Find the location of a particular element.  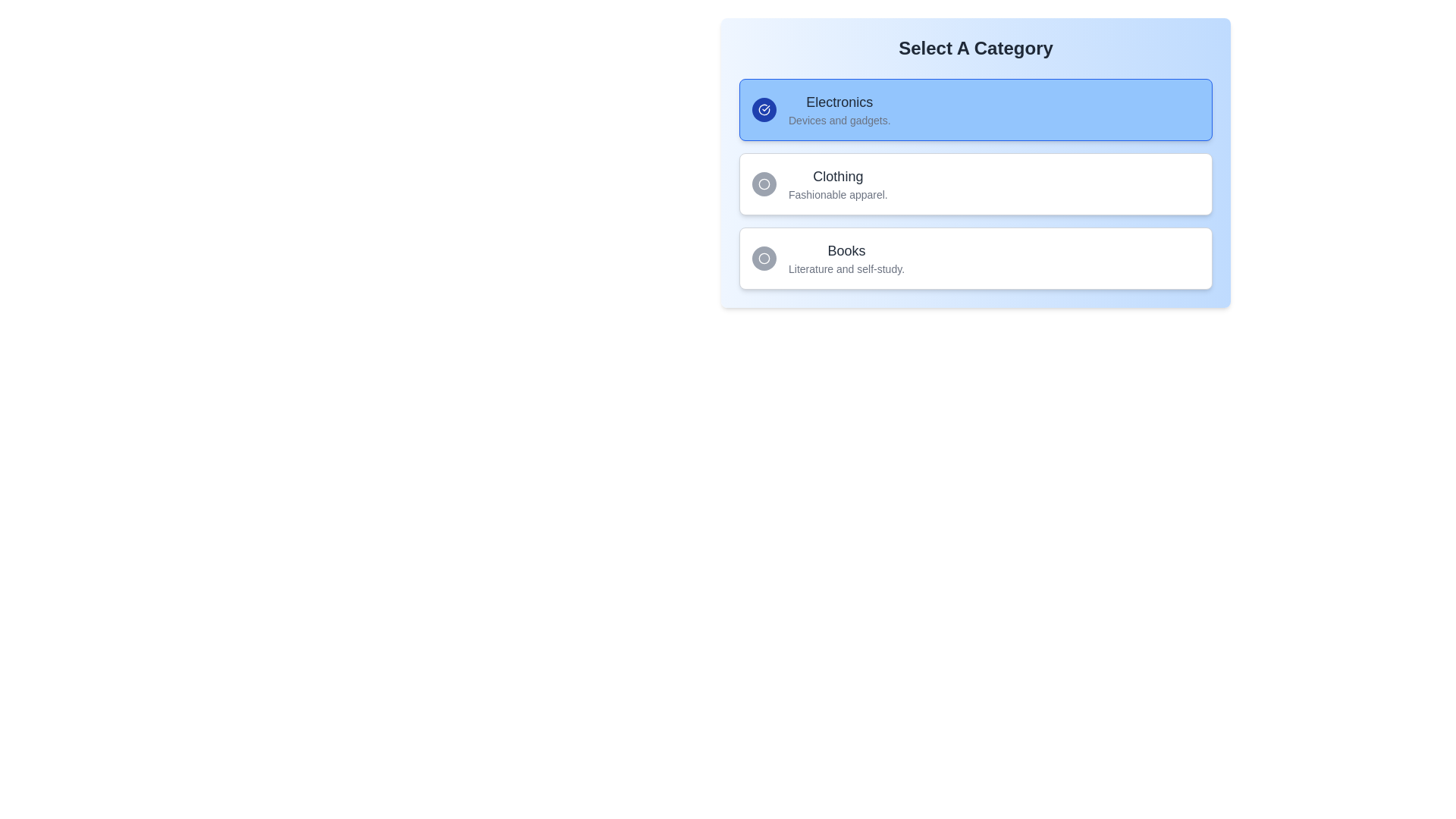

the Text label providing additional descriptive information about the 'Electronics' category, located beneath the 'Electronics' title within the first selectable category card is located at coordinates (839, 119).